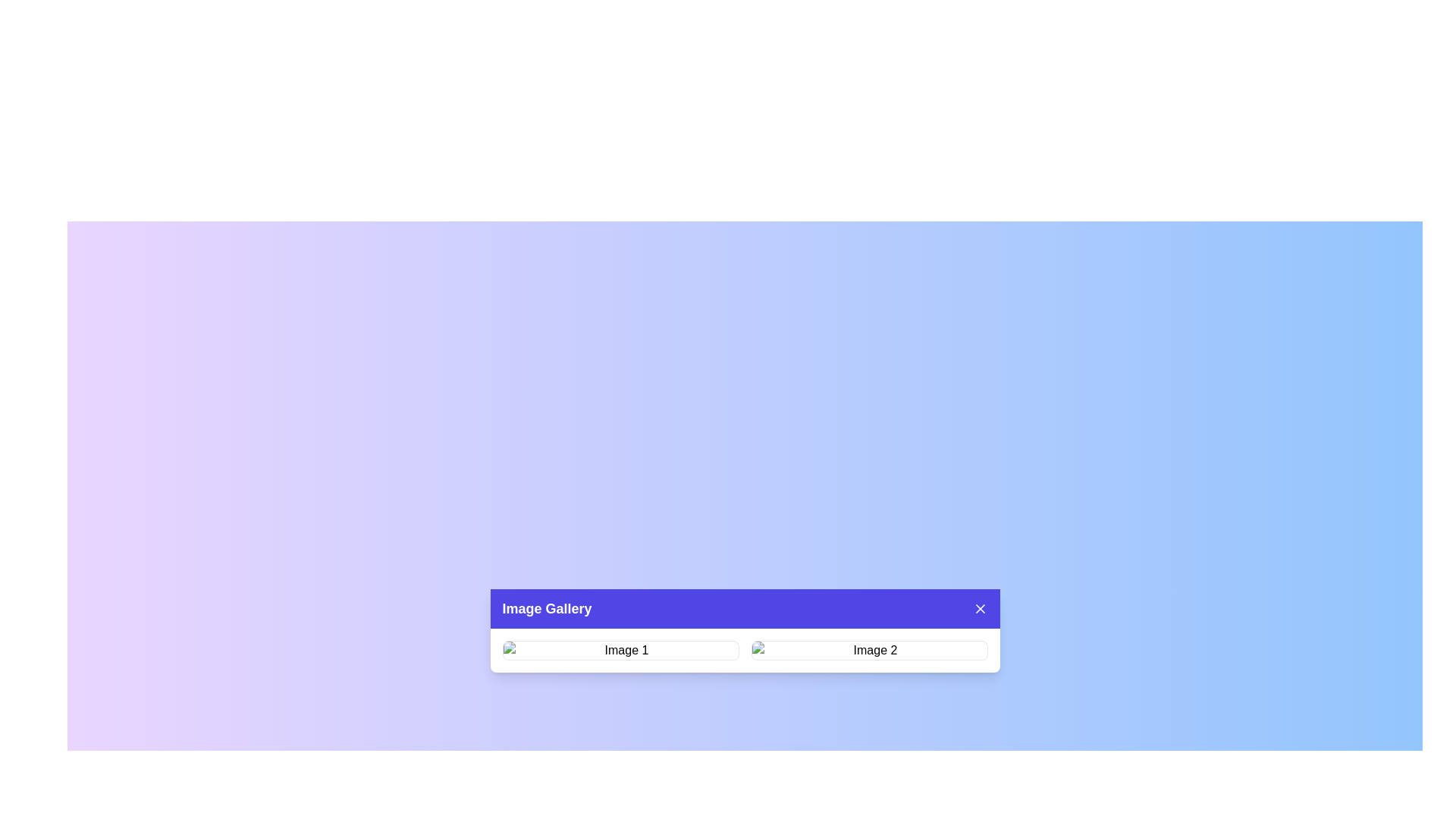 This screenshot has height=819, width=1456. What do you see at coordinates (980, 607) in the screenshot?
I see `the close button to close the modal window` at bounding box center [980, 607].